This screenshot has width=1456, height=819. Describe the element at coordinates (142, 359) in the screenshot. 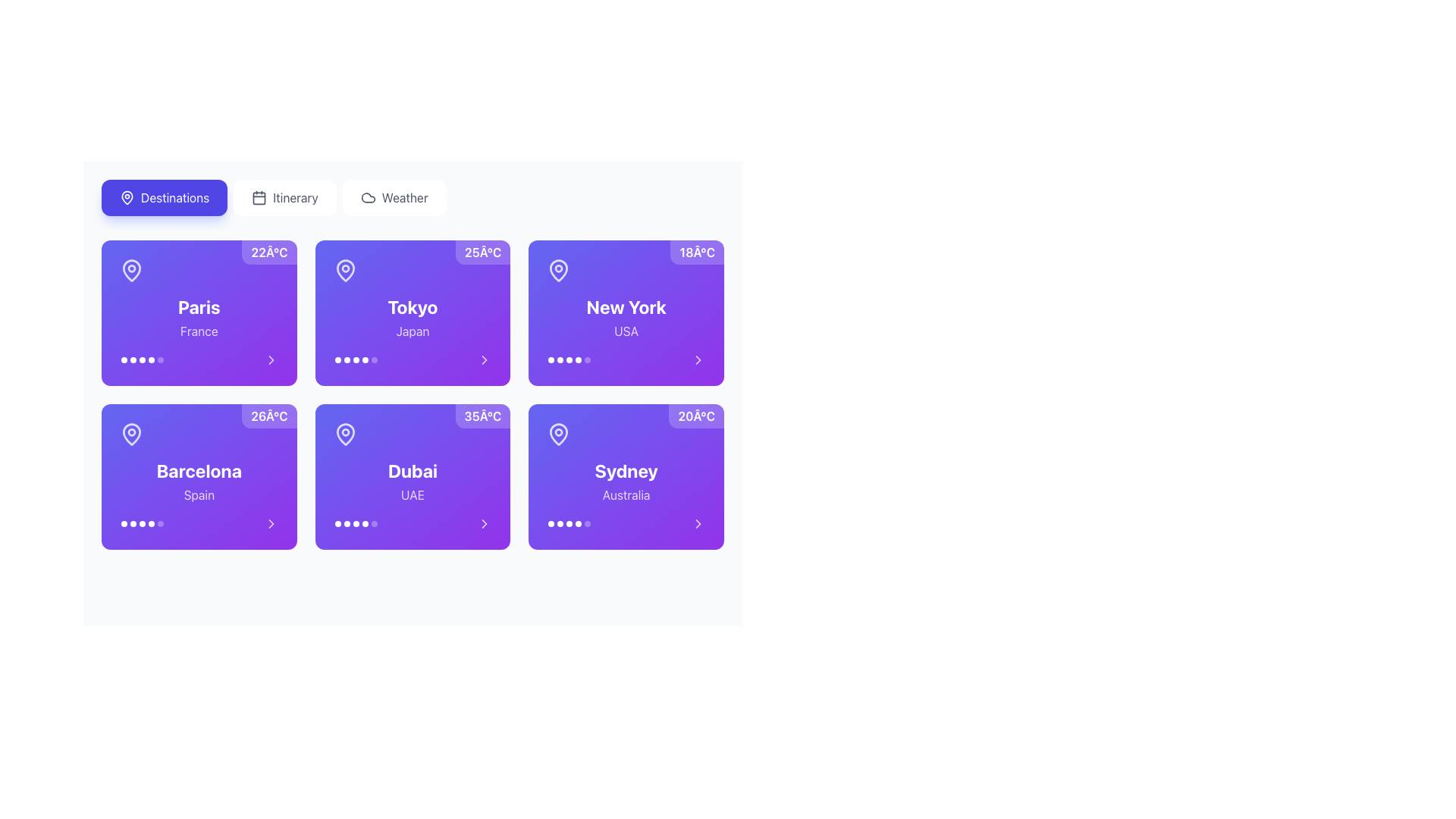

I see `the current selection indicated by the highlighted dot in the pagination indicator located at the bottom center of the 'Paris, France' card` at that location.